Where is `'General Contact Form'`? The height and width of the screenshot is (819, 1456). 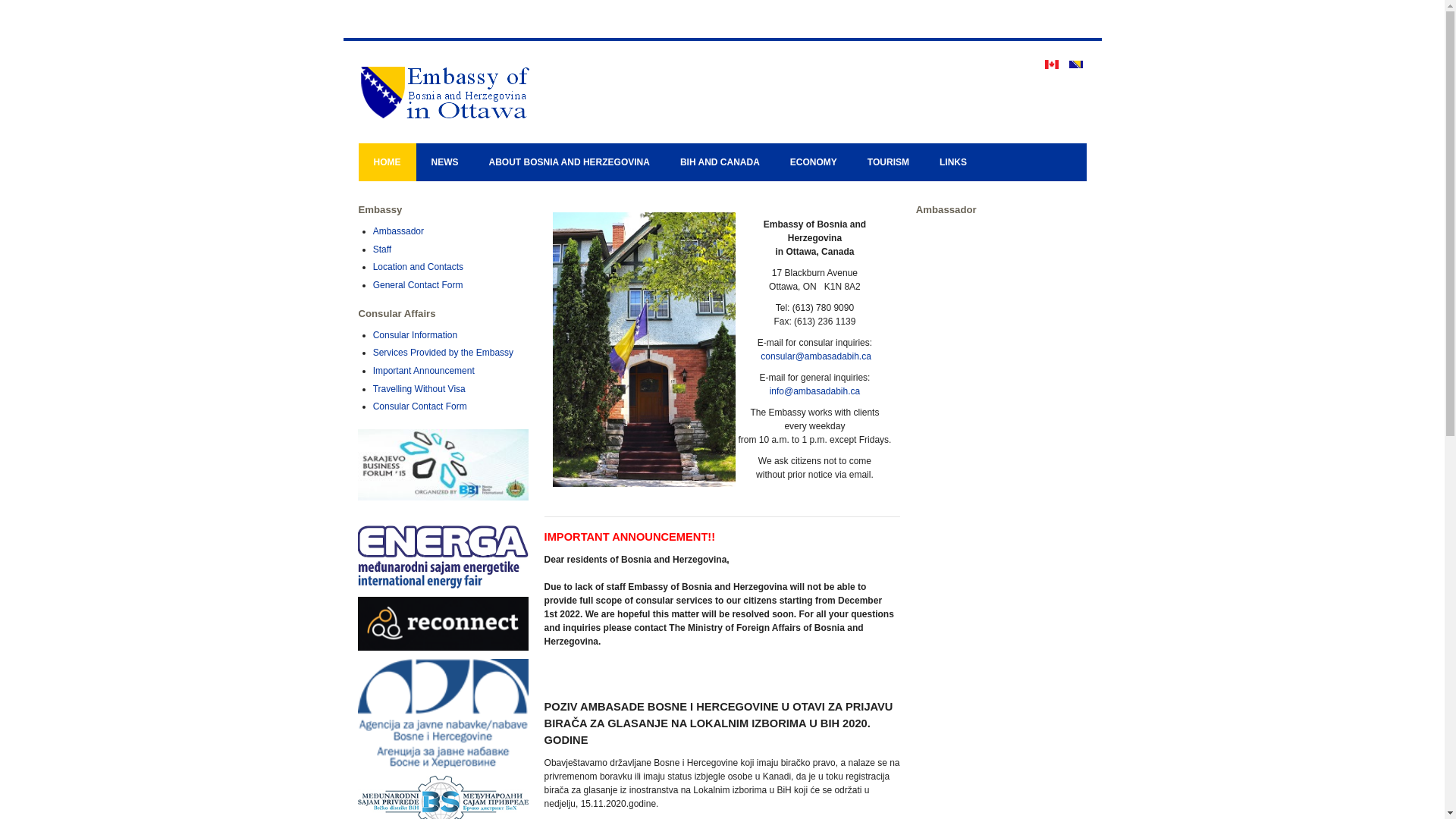
'General Contact Form' is located at coordinates (418, 284).